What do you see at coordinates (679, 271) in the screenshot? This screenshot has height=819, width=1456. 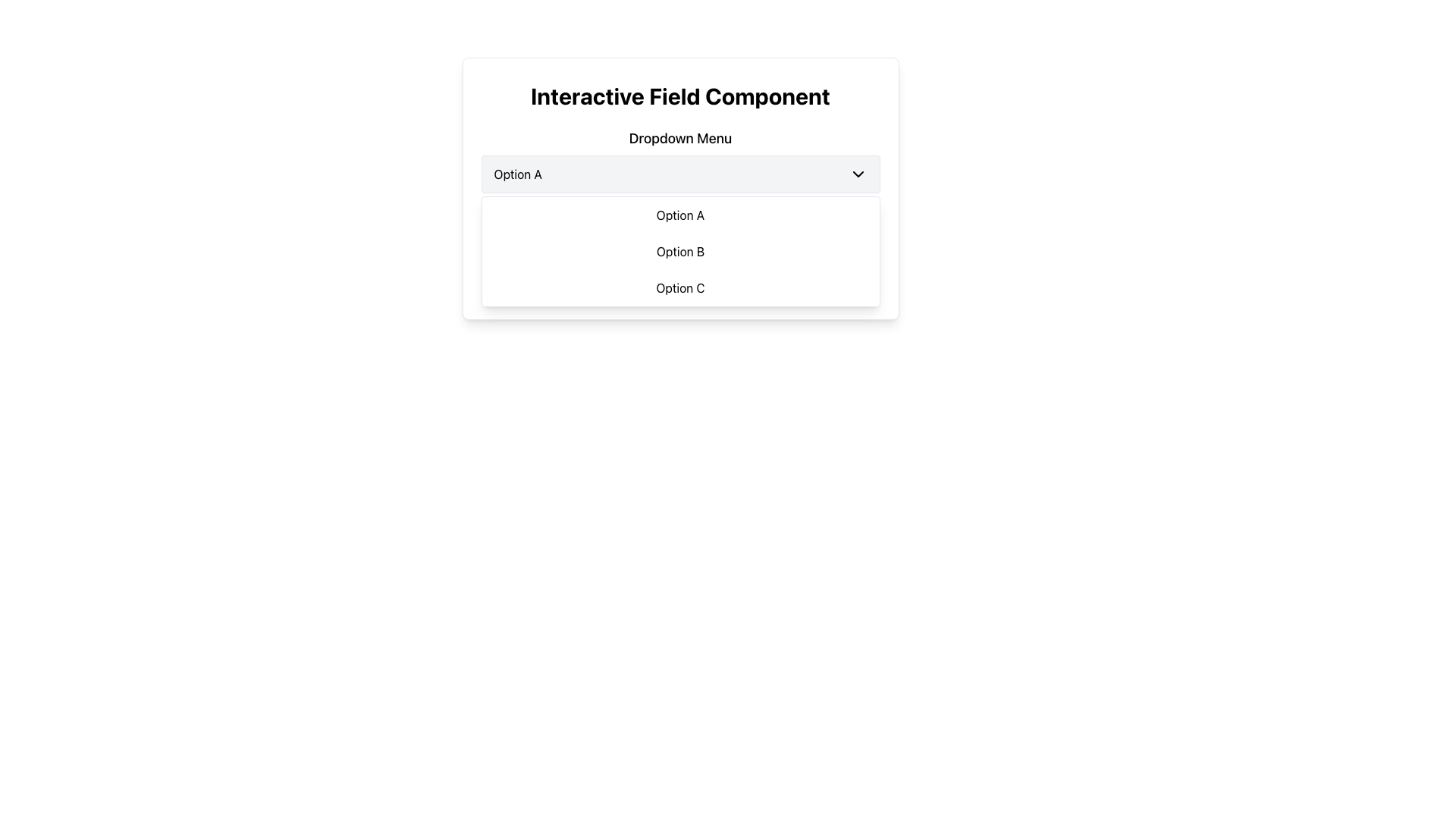 I see `the text label displaying 'Feature is disabled.' with a warning triangle icon, which is styled with a red background and rounded borders` at bounding box center [679, 271].